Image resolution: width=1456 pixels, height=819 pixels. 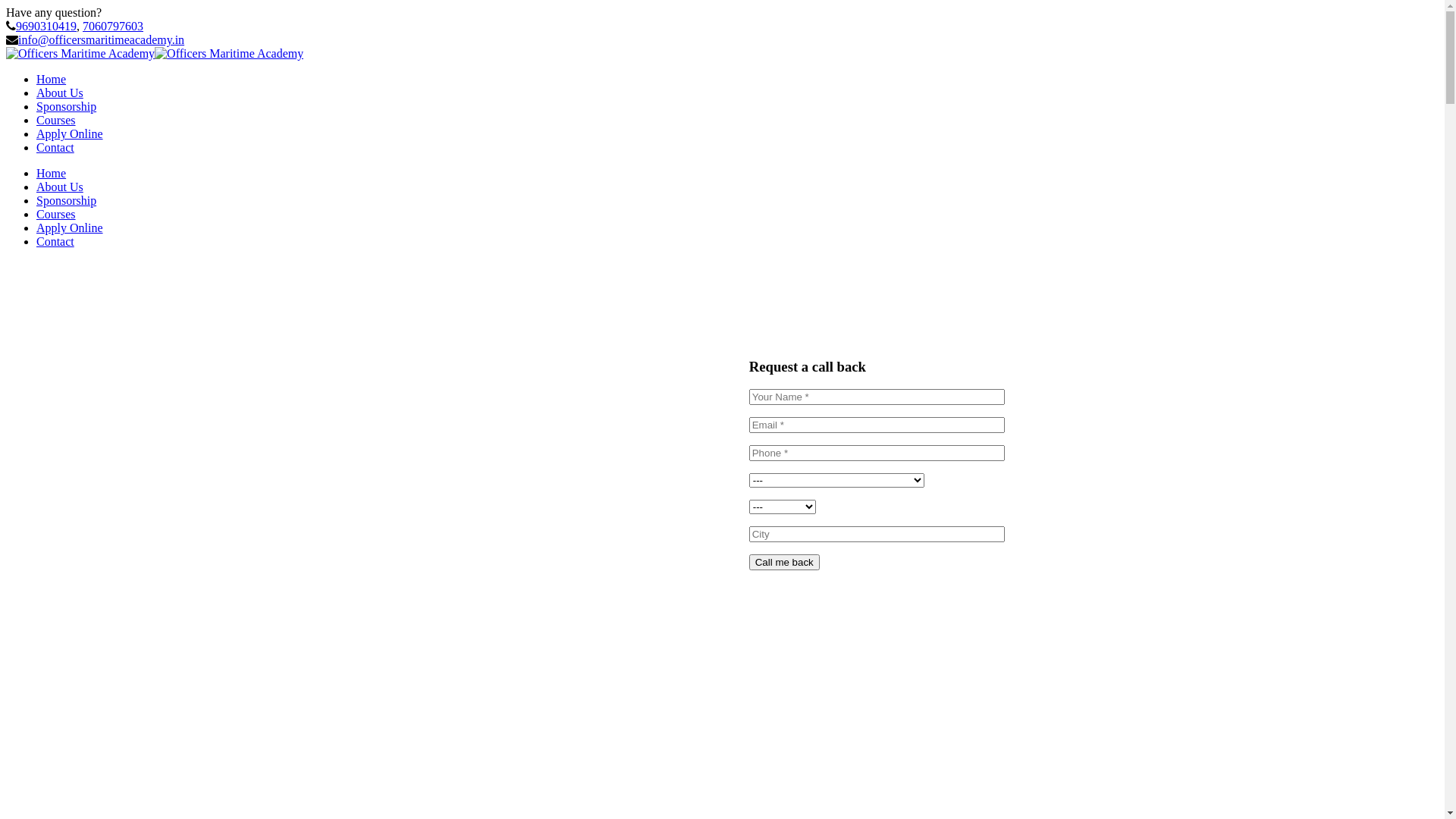 What do you see at coordinates (784, 562) in the screenshot?
I see `'Call me back'` at bounding box center [784, 562].